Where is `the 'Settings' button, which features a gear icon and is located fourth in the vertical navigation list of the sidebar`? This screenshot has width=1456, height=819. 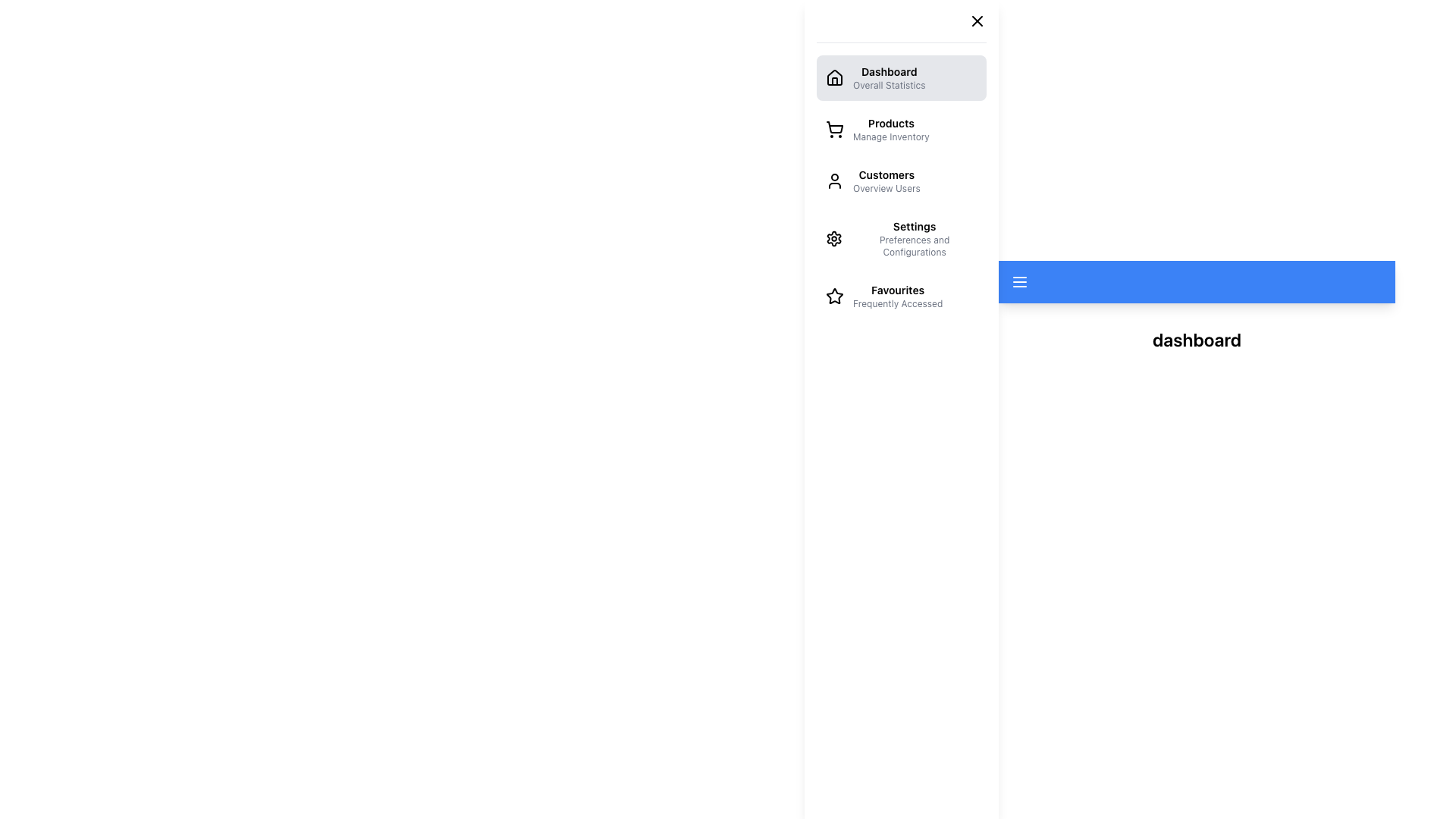
the 'Settings' button, which features a gear icon and is located fourth in the vertical navigation list of the sidebar is located at coordinates (902, 239).